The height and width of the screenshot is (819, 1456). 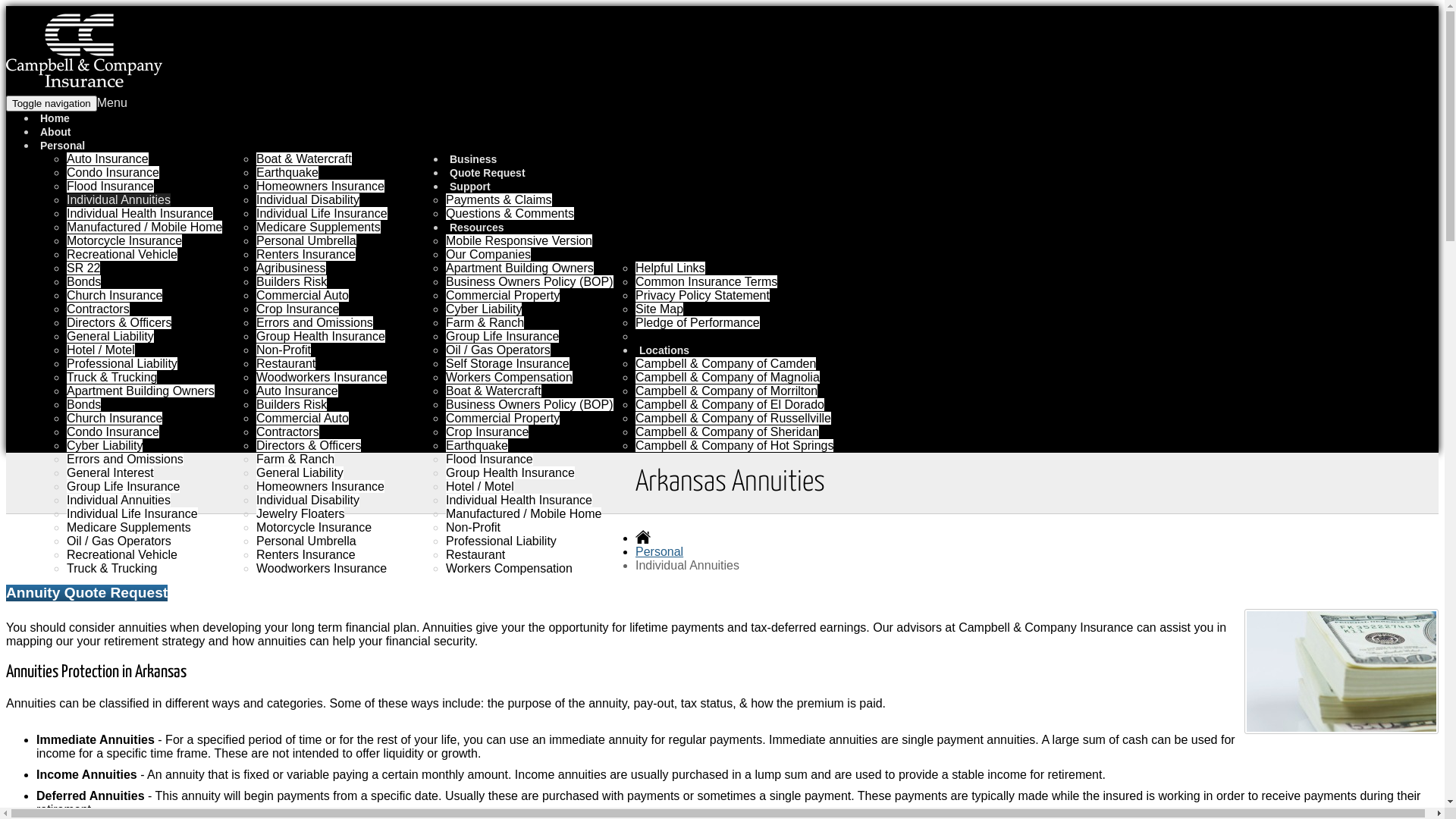 What do you see at coordinates (313, 322) in the screenshot?
I see `'Errors and Omissions'` at bounding box center [313, 322].